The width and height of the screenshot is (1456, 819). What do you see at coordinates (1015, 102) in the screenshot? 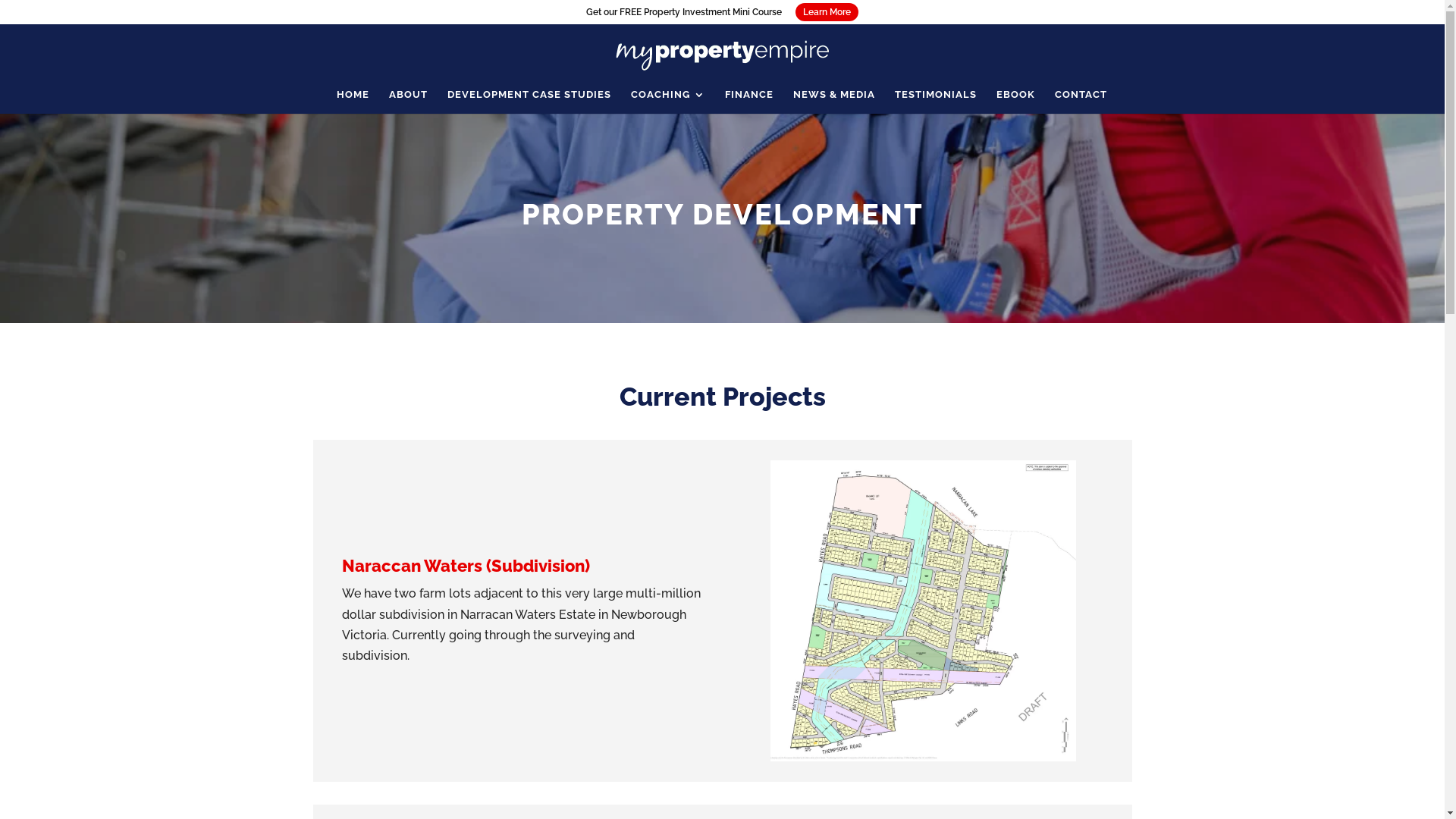
I see `'EBOOK'` at bounding box center [1015, 102].